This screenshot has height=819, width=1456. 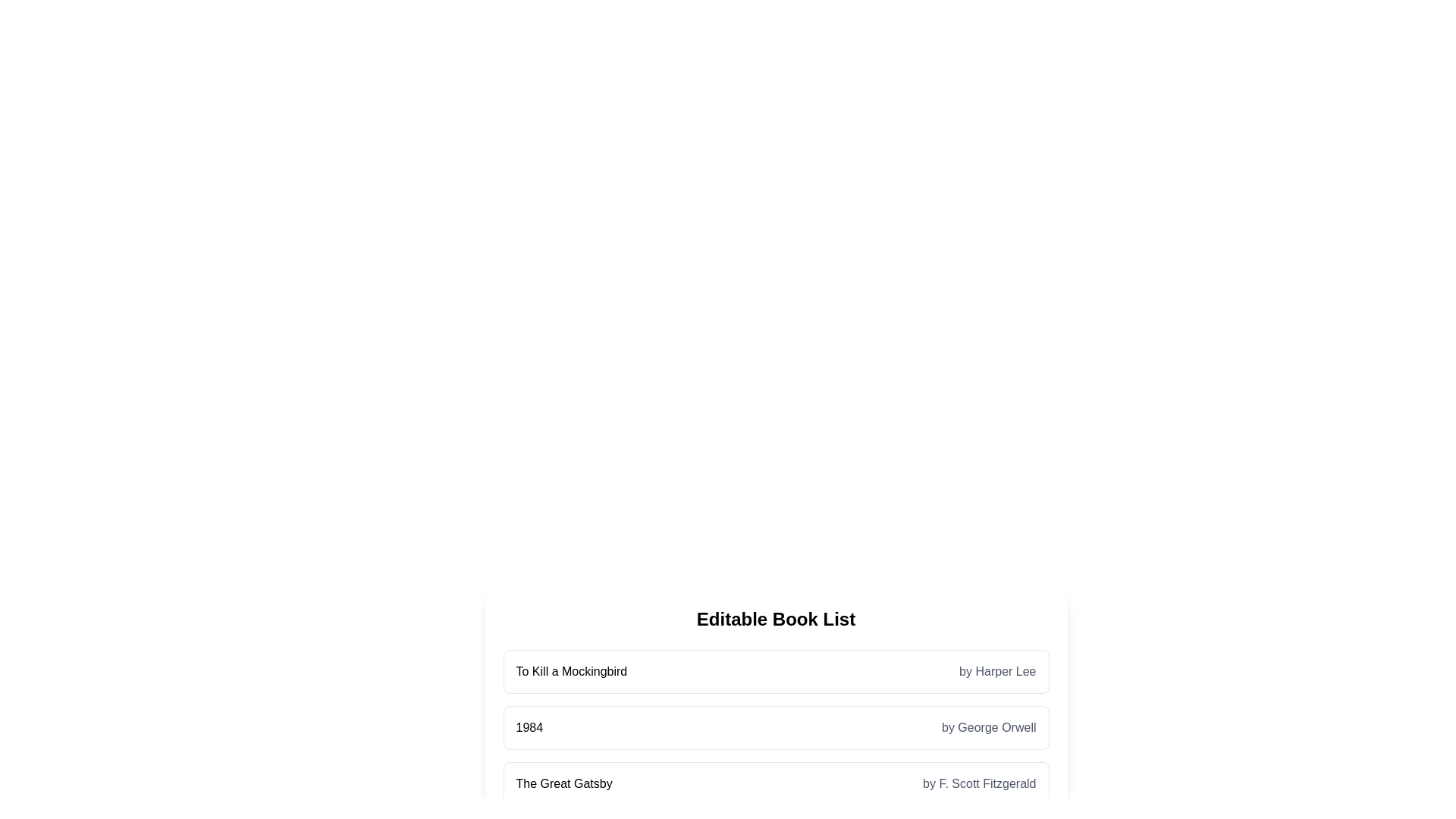 I want to click on the text indicating the author of the book 'To Kill a Mockingbird', which is positioned on the right side of the book title, so click(x=997, y=671).